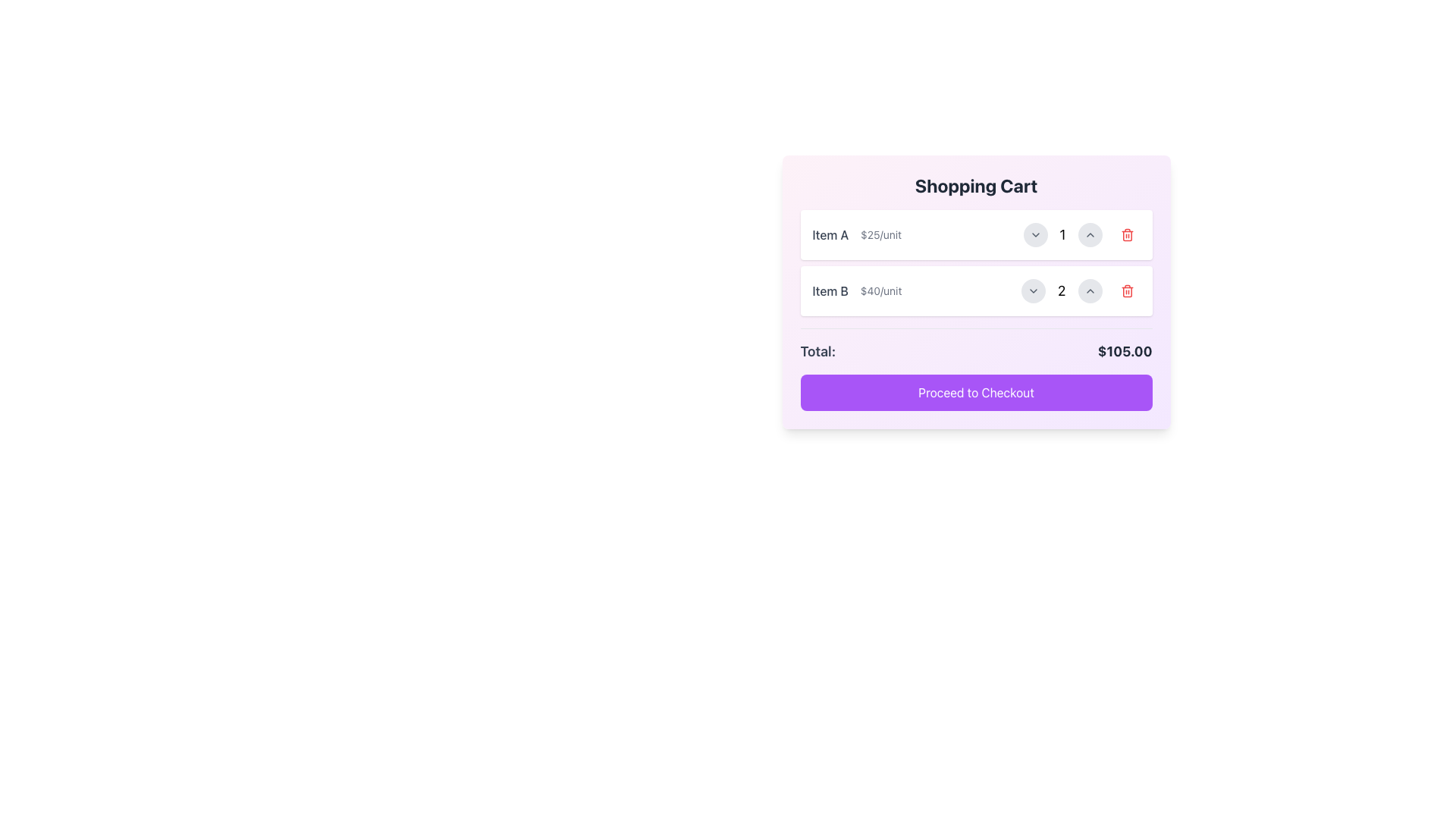 This screenshot has height=819, width=1456. What do you see at coordinates (1062, 234) in the screenshot?
I see `the static text display showing the digit '1', which is positioned in the second row of the shopping cart item list, indicating the current quantity of the item` at bounding box center [1062, 234].